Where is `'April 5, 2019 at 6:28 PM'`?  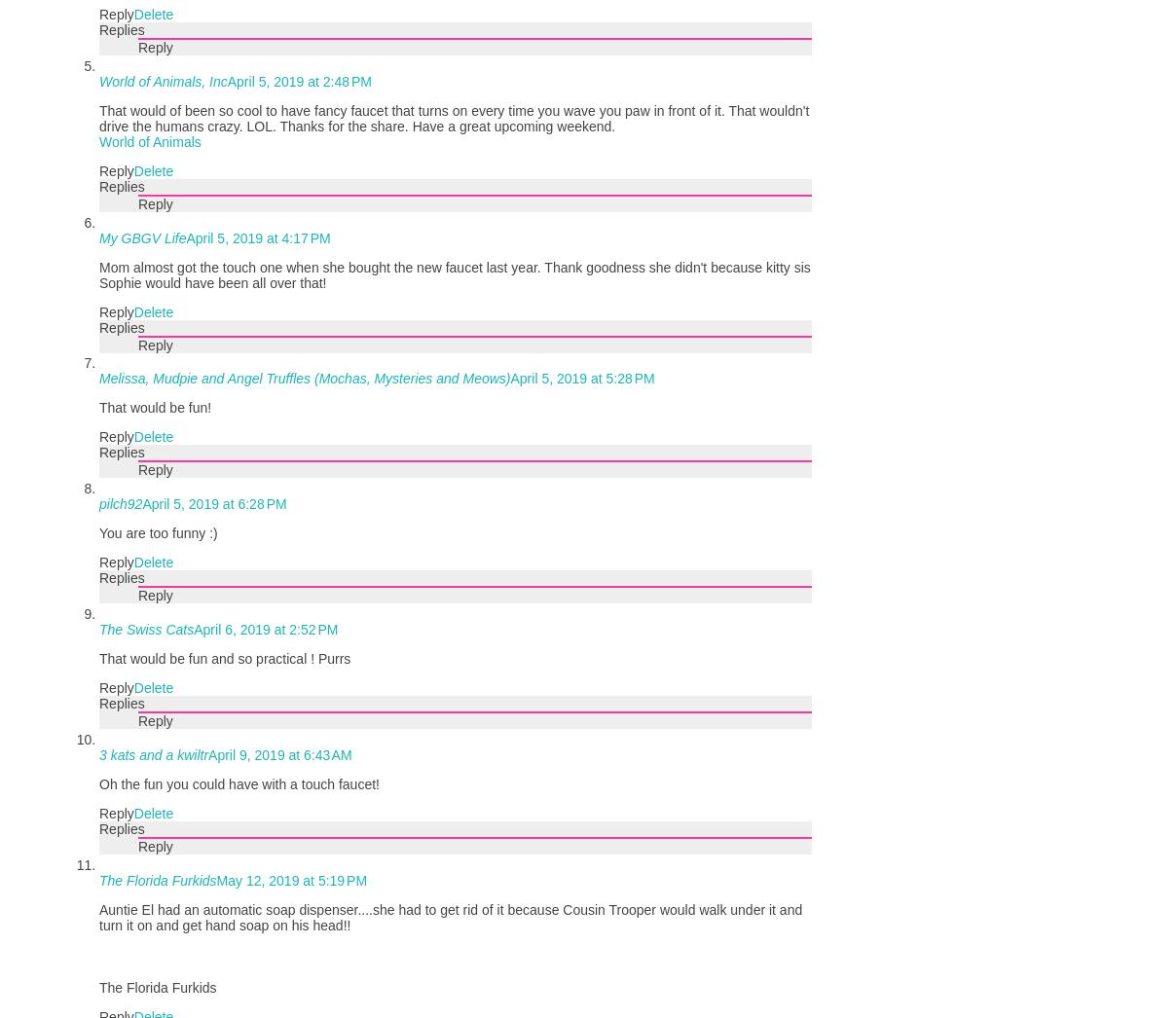
'April 5, 2019 at 6:28 PM' is located at coordinates (213, 503).